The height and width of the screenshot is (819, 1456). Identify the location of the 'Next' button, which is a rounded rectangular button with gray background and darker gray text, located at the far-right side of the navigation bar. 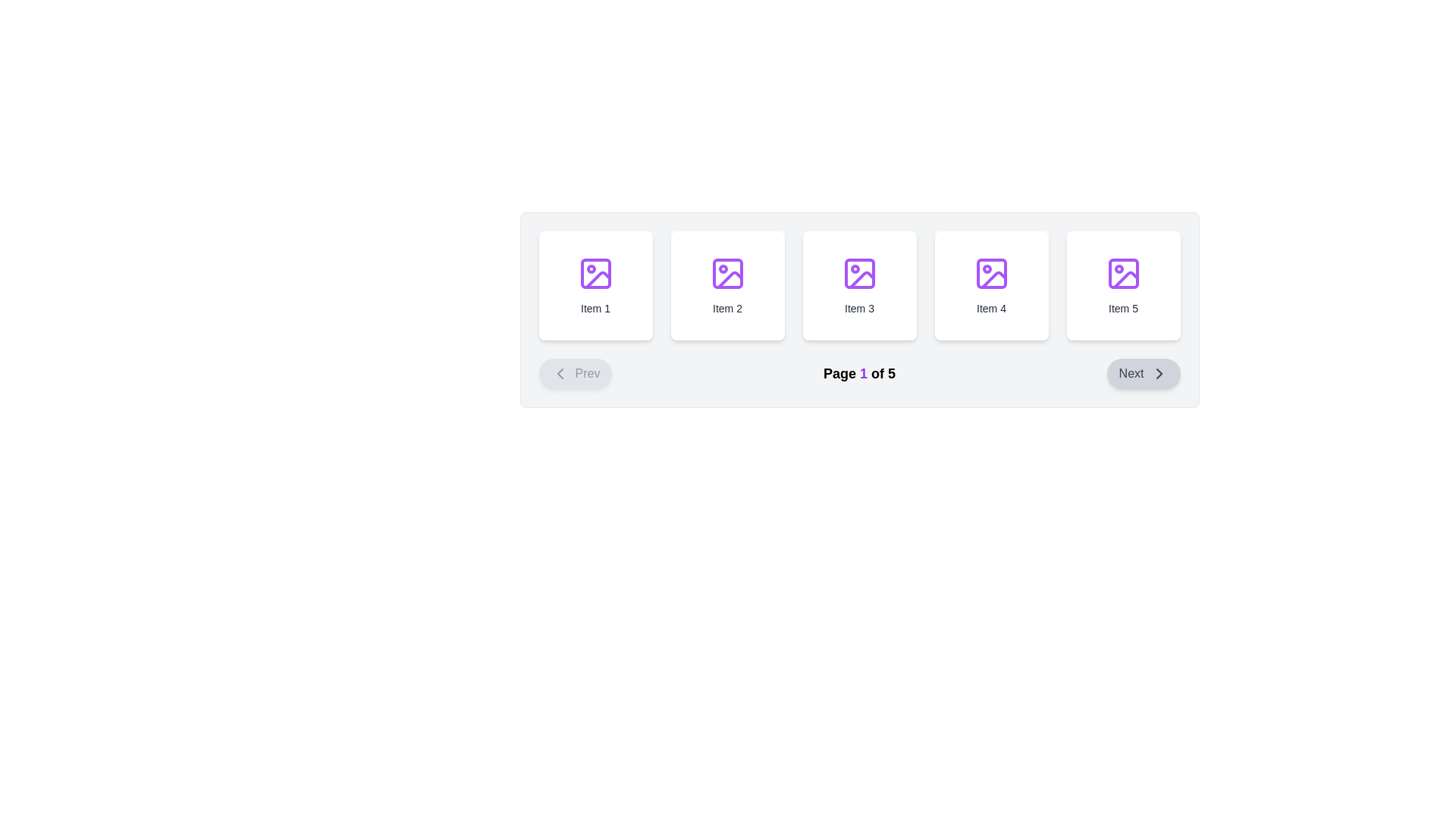
(1143, 374).